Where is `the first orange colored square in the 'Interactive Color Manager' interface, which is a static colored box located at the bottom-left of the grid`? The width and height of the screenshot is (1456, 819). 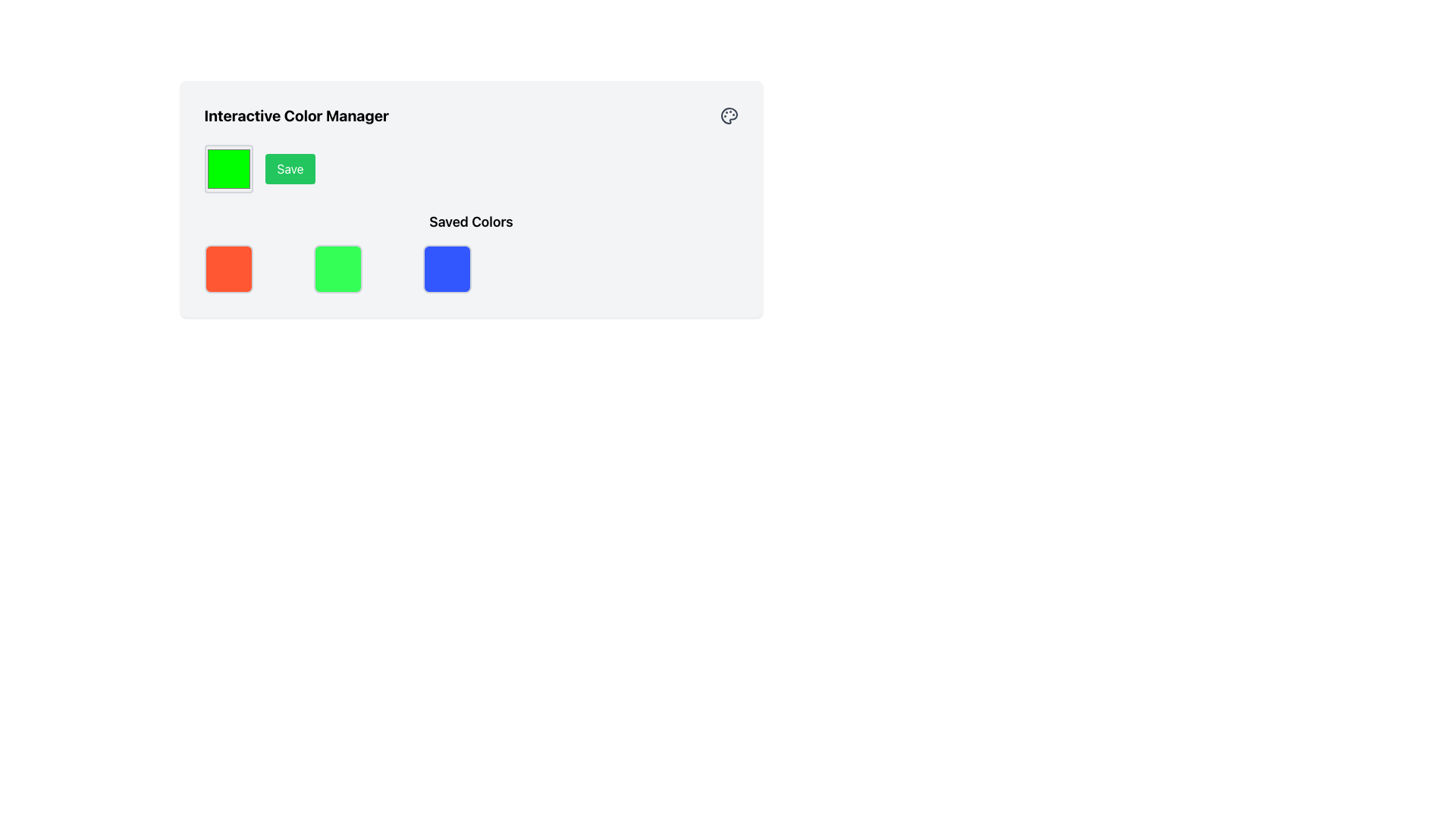
the first orange colored square in the 'Interactive Color Manager' interface, which is a static colored box located at the bottom-left of the grid is located at coordinates (227, 268).